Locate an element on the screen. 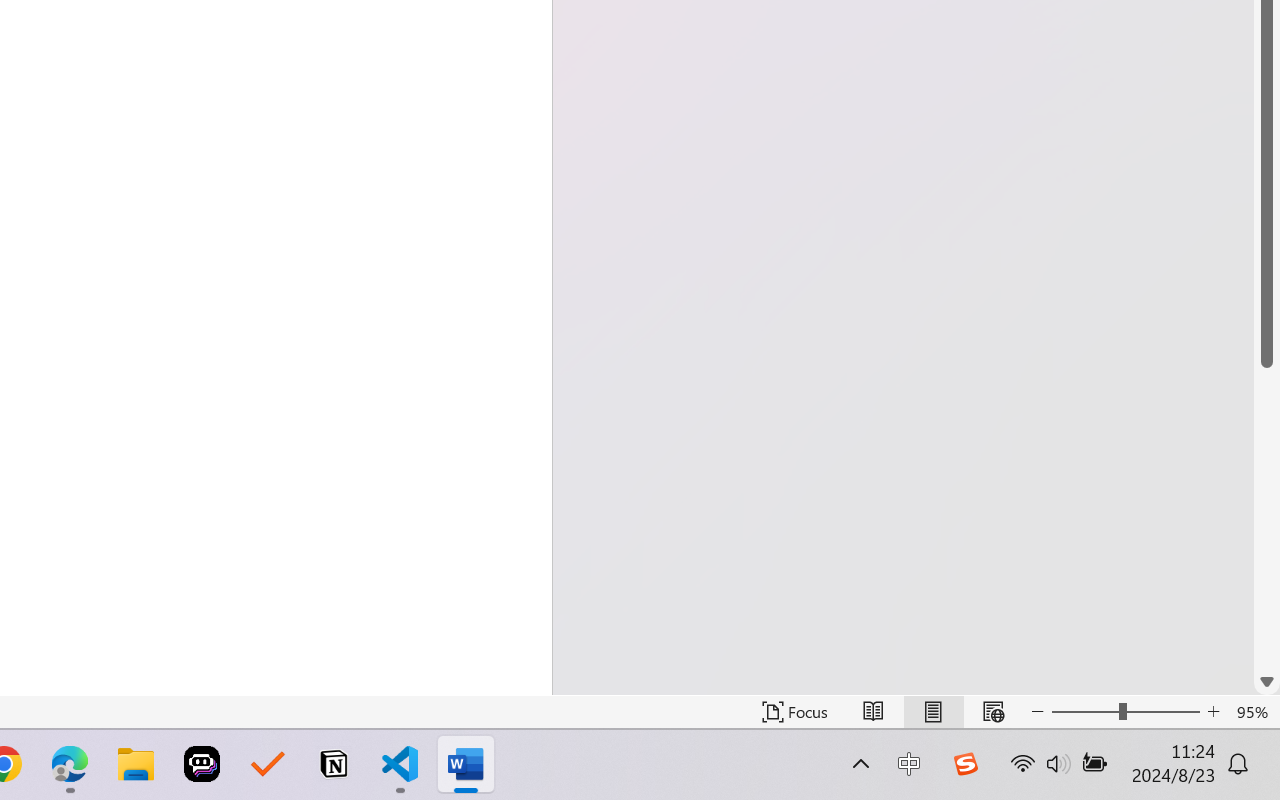 The image size is (1280, 800). 'Zoom 95%' is located at coordinates (1252, 711).